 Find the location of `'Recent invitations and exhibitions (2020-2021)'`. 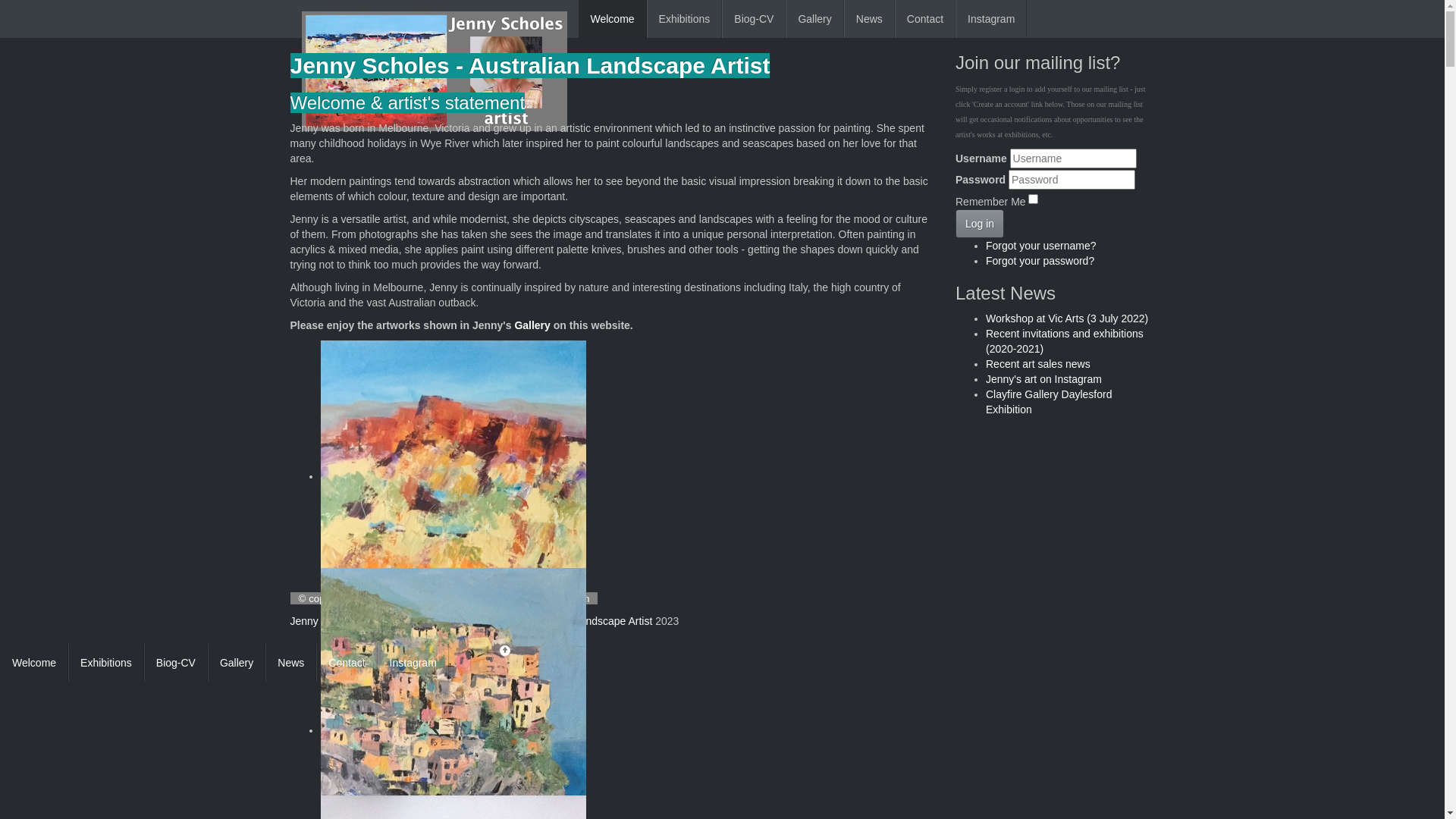

'Recent invitations and exhibitions (2020-2021)' is located at coordinates (1063, 341).